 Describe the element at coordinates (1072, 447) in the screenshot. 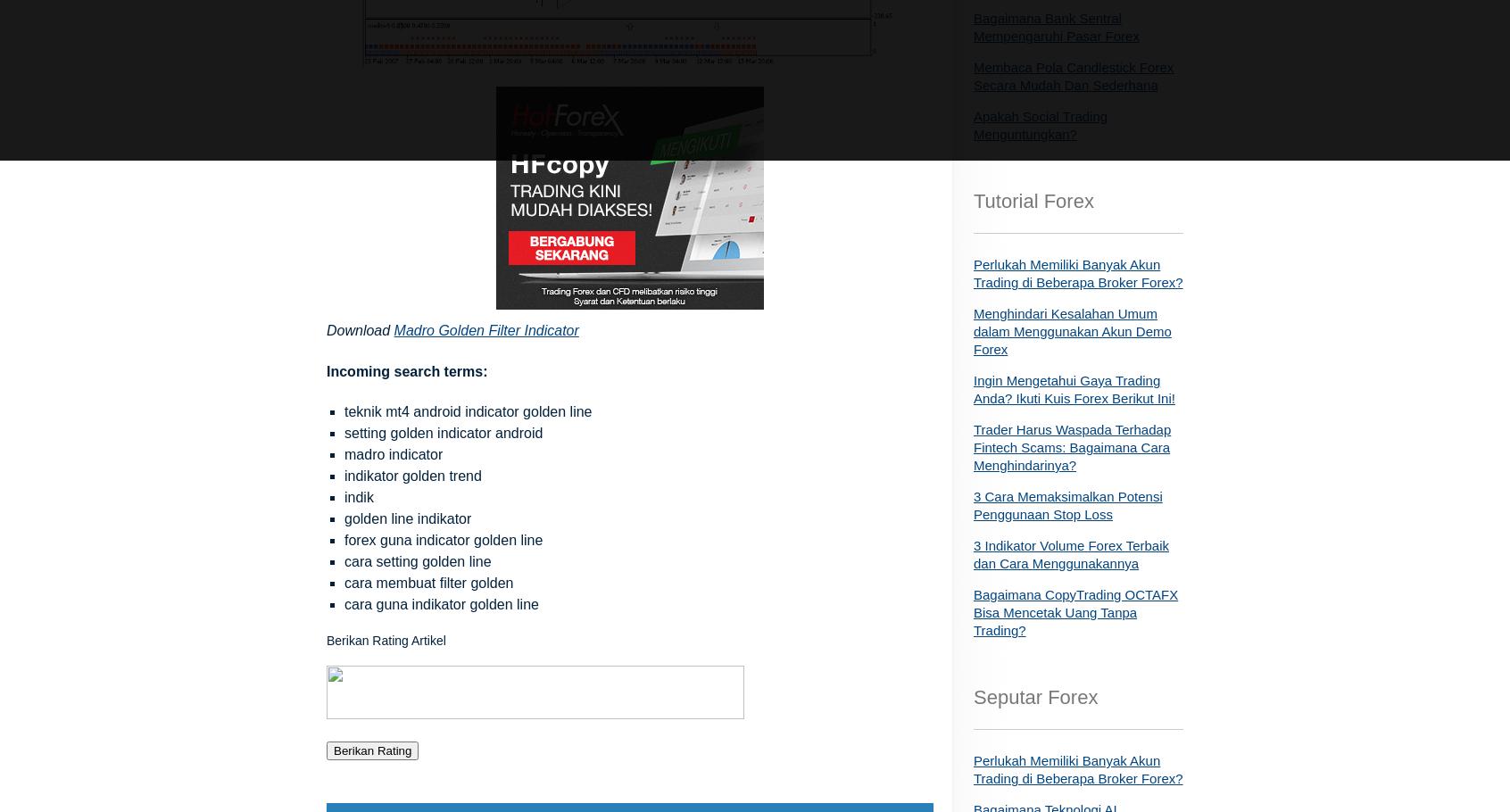

I see `'Trader Harus Waspada Terhadap Fintech Scams: Bagaimana Cara Menghindarinya?'` at that location.